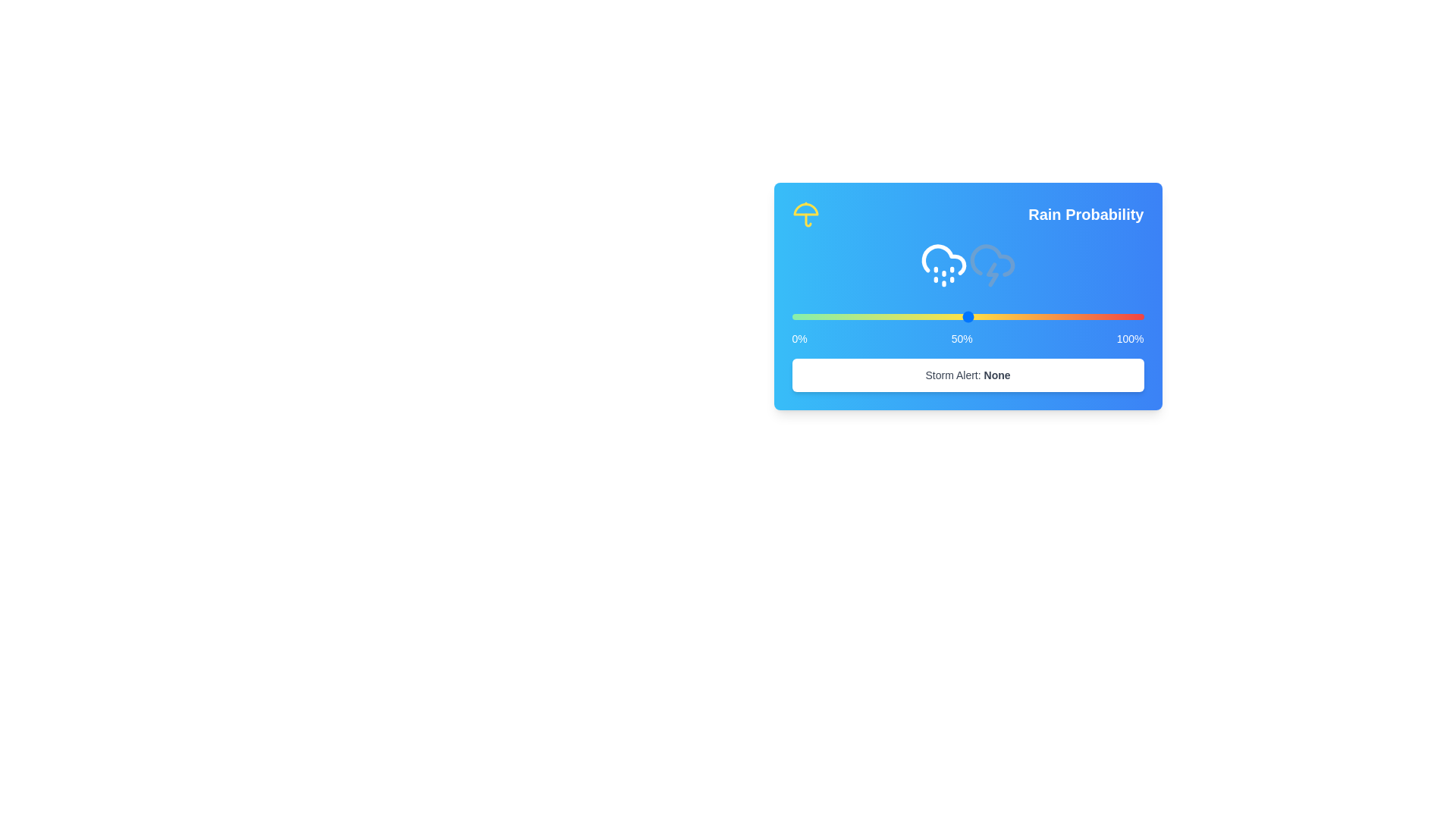  I want to click on the lightning cloud icon, so click(992, 263).